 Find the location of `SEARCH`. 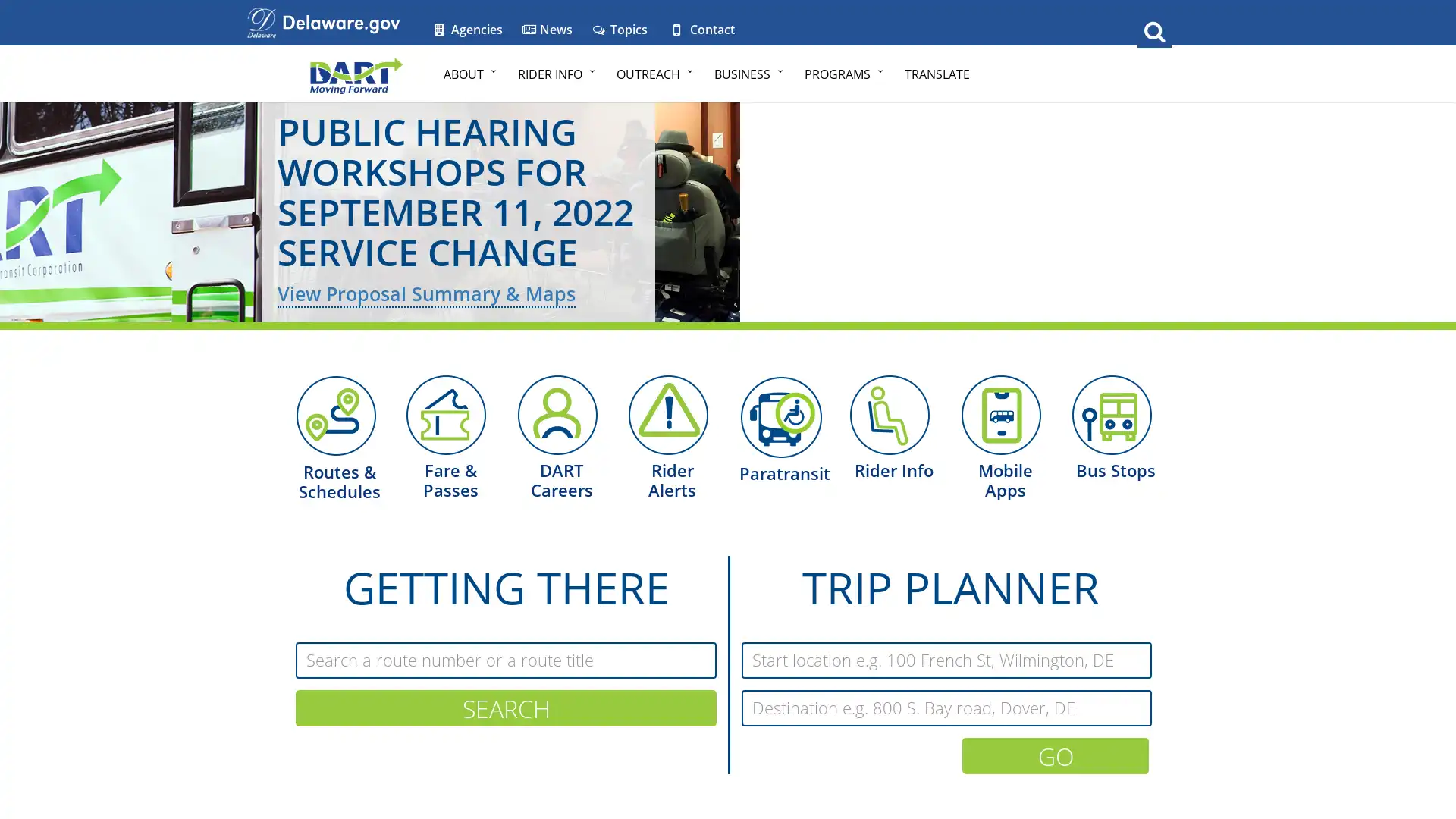

SEARCH is located at coordinates (506, 708).